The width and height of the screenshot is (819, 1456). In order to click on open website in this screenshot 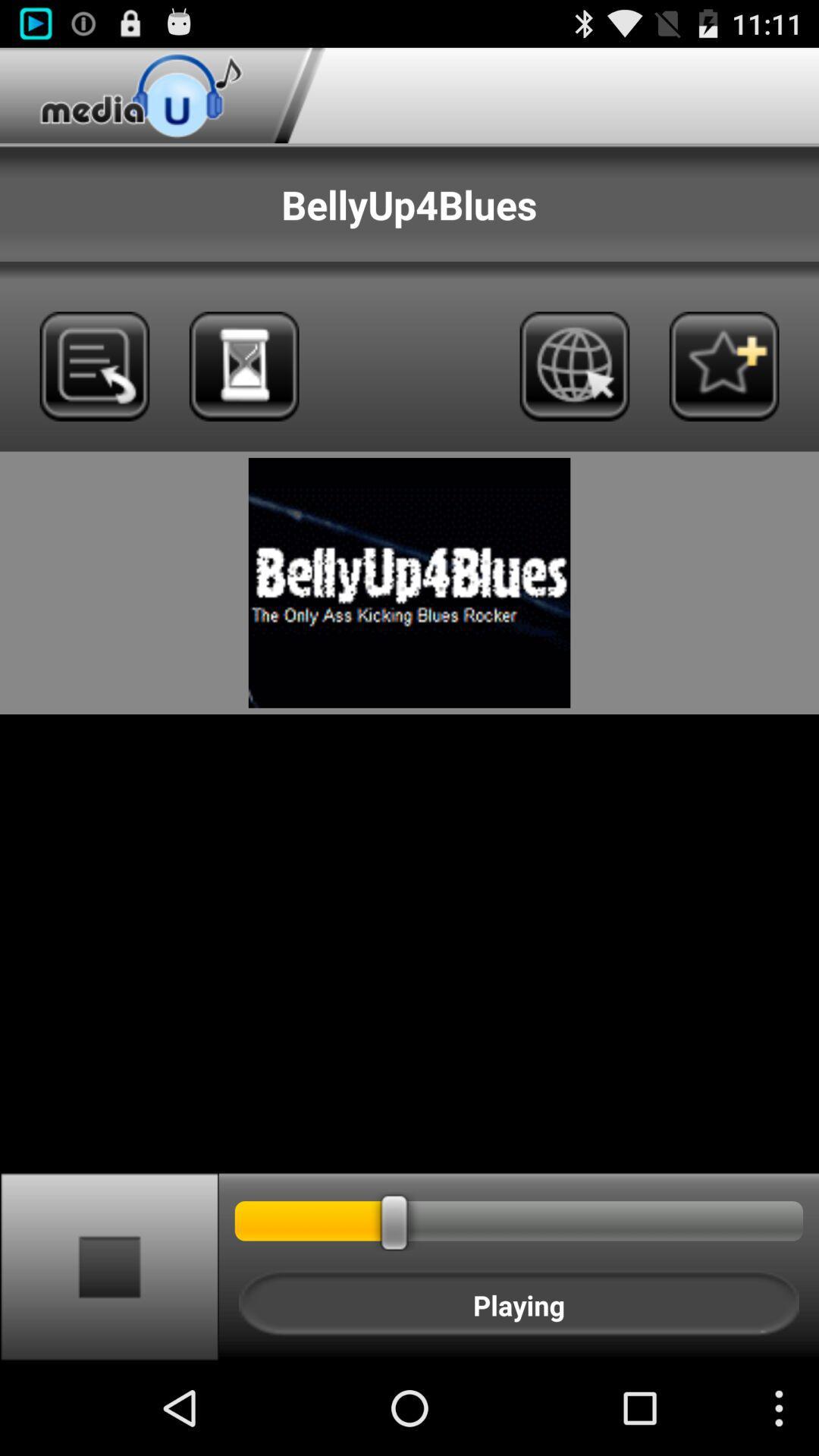, I will do `click(574, 366)`.